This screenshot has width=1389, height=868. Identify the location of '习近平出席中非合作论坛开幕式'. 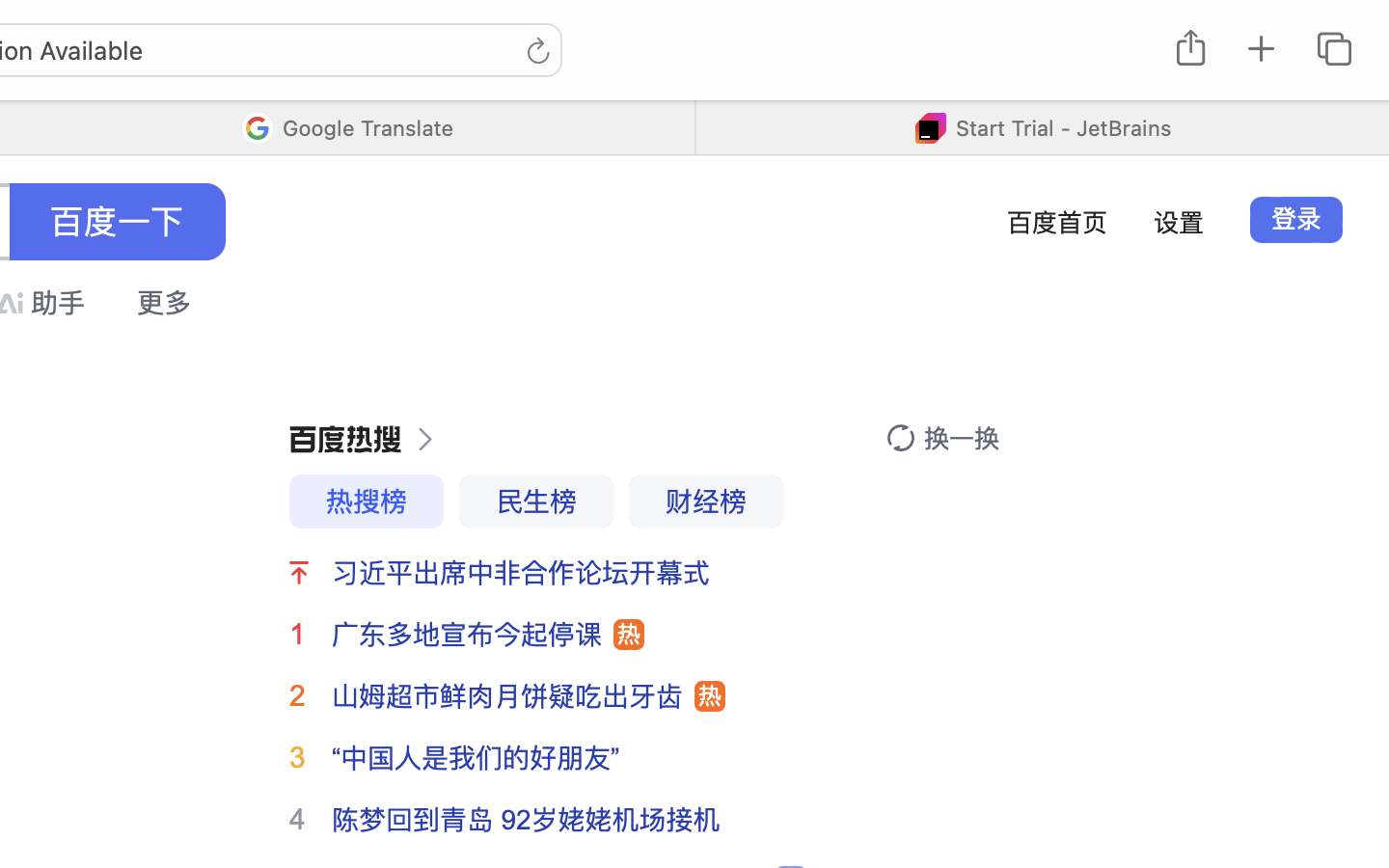
(520, 573).